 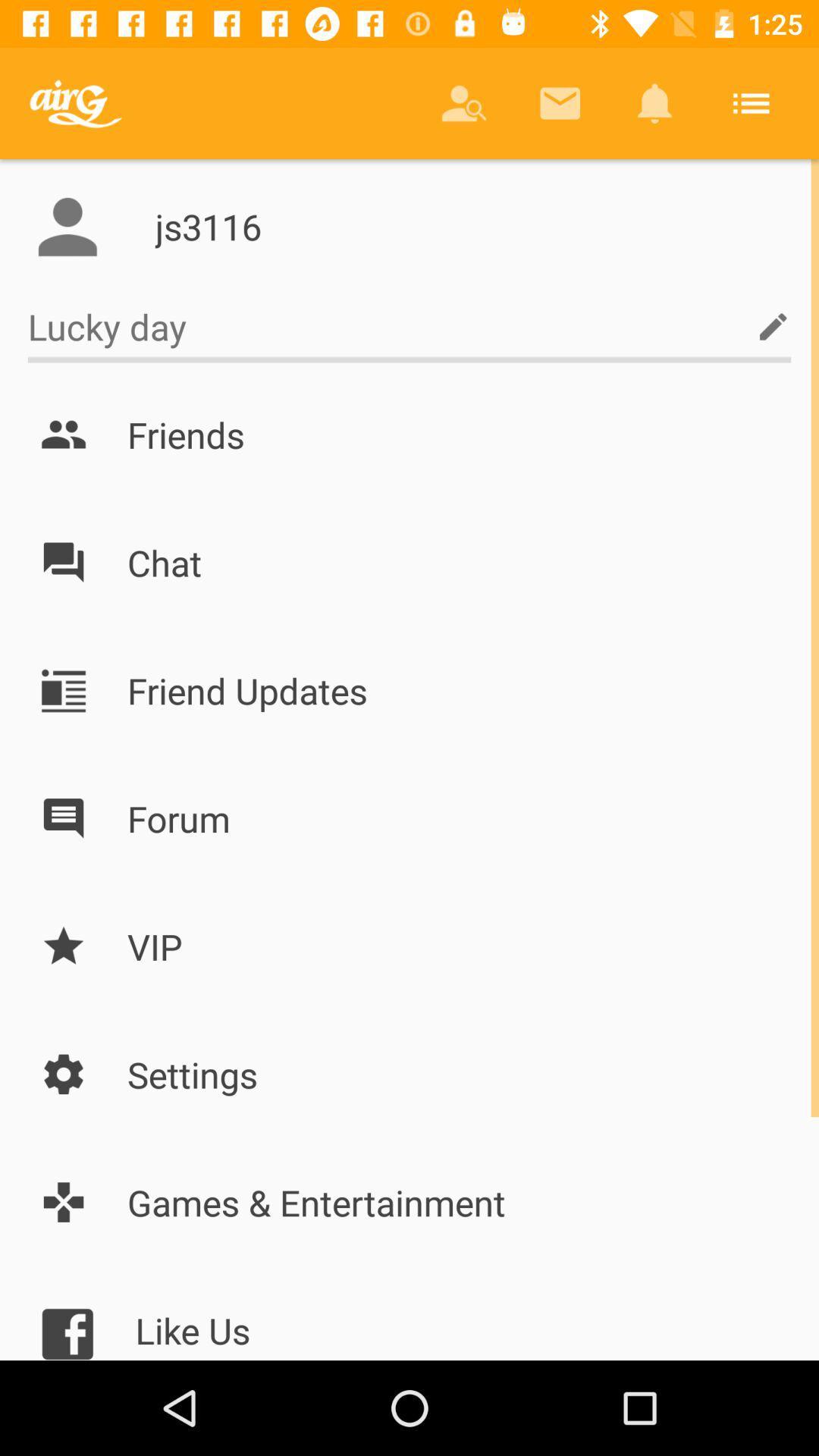 What do you see at coordinates (67, 226) in the screenshot?
I see `profile` at bounding box center [67, 226].